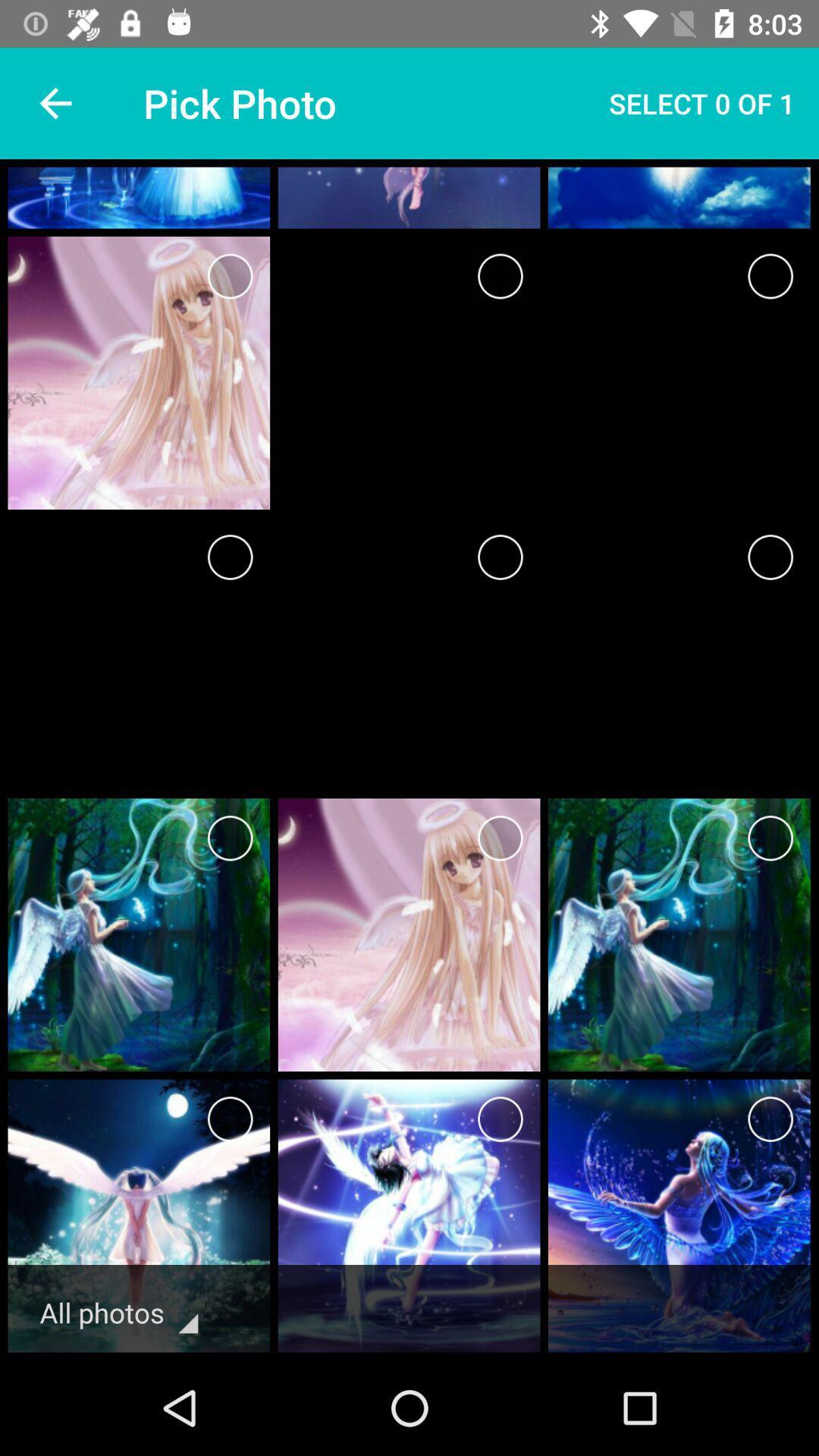 The image size is (819, 1456). Describe the element at coordinates (500, 556) in the screenshot. I see `radio button` at that location.